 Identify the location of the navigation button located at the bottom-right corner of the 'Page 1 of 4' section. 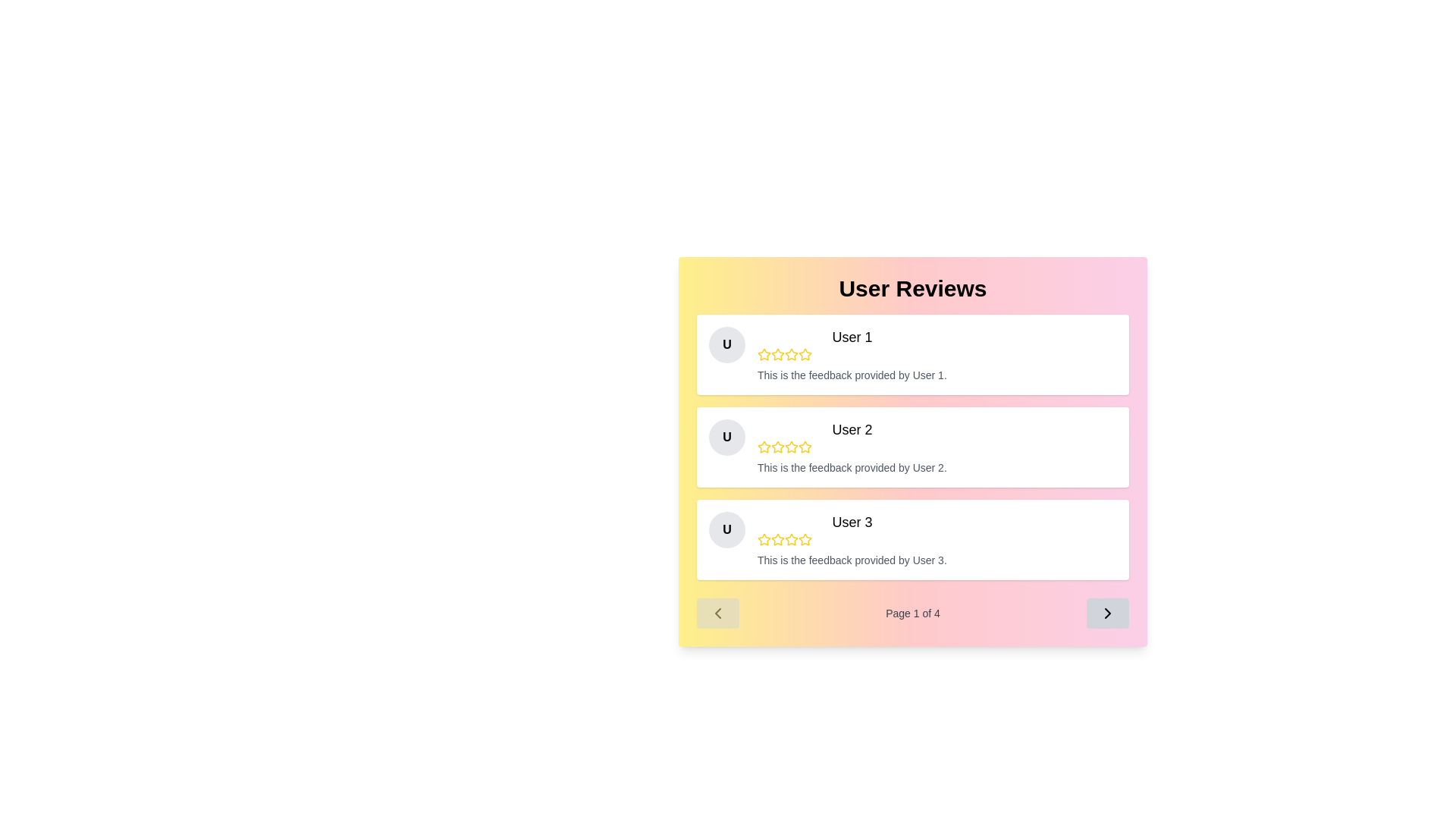
(1107, 613).